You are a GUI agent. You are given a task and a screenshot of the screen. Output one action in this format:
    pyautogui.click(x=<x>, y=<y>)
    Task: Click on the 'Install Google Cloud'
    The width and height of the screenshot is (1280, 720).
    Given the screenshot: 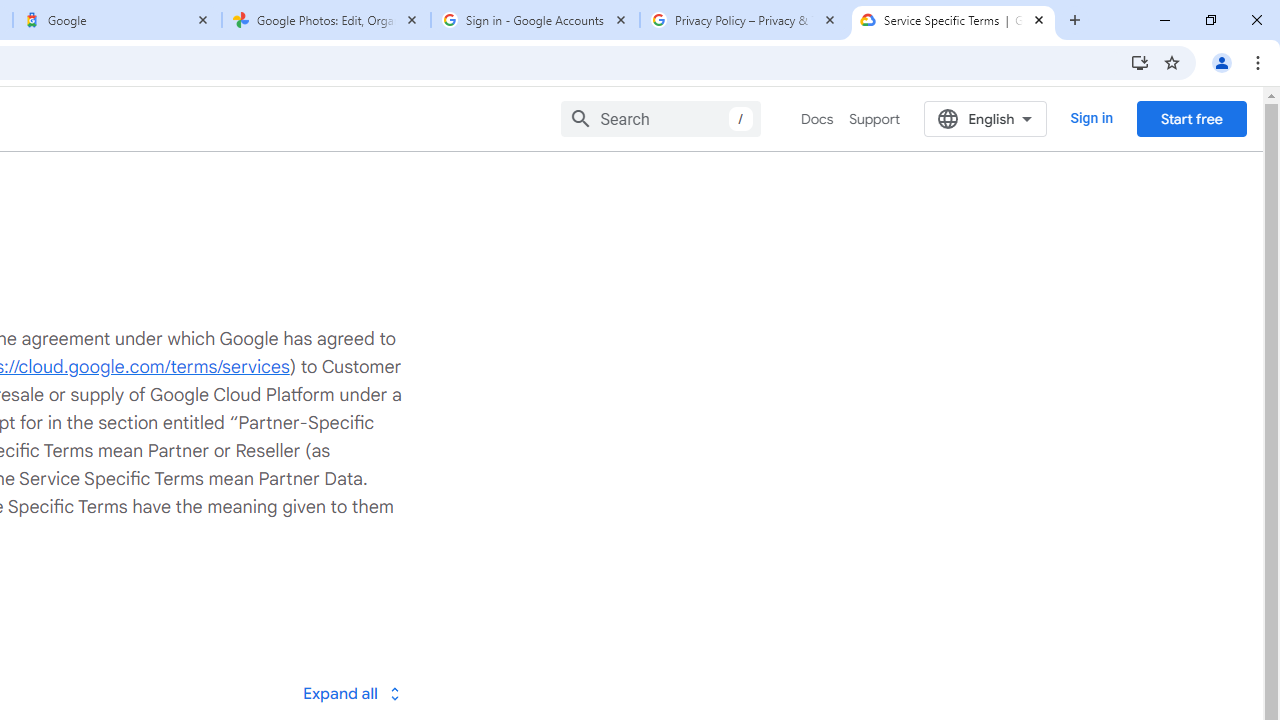 What is the action you would take?
    pyautogui.click(x=1139, y=61)
    